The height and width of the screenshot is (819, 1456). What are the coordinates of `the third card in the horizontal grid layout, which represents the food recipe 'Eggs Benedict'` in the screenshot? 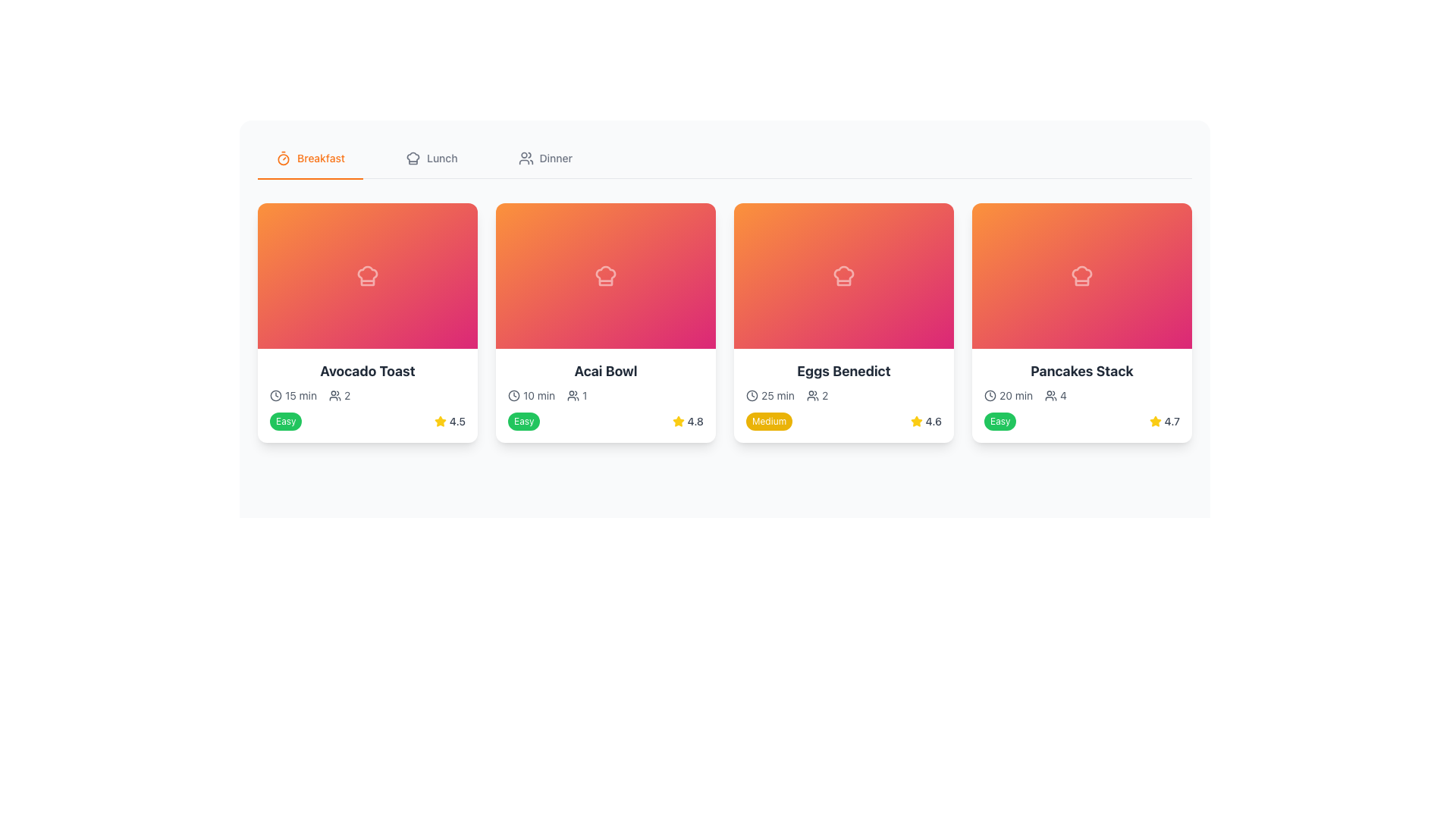 It's located at (843, 322).